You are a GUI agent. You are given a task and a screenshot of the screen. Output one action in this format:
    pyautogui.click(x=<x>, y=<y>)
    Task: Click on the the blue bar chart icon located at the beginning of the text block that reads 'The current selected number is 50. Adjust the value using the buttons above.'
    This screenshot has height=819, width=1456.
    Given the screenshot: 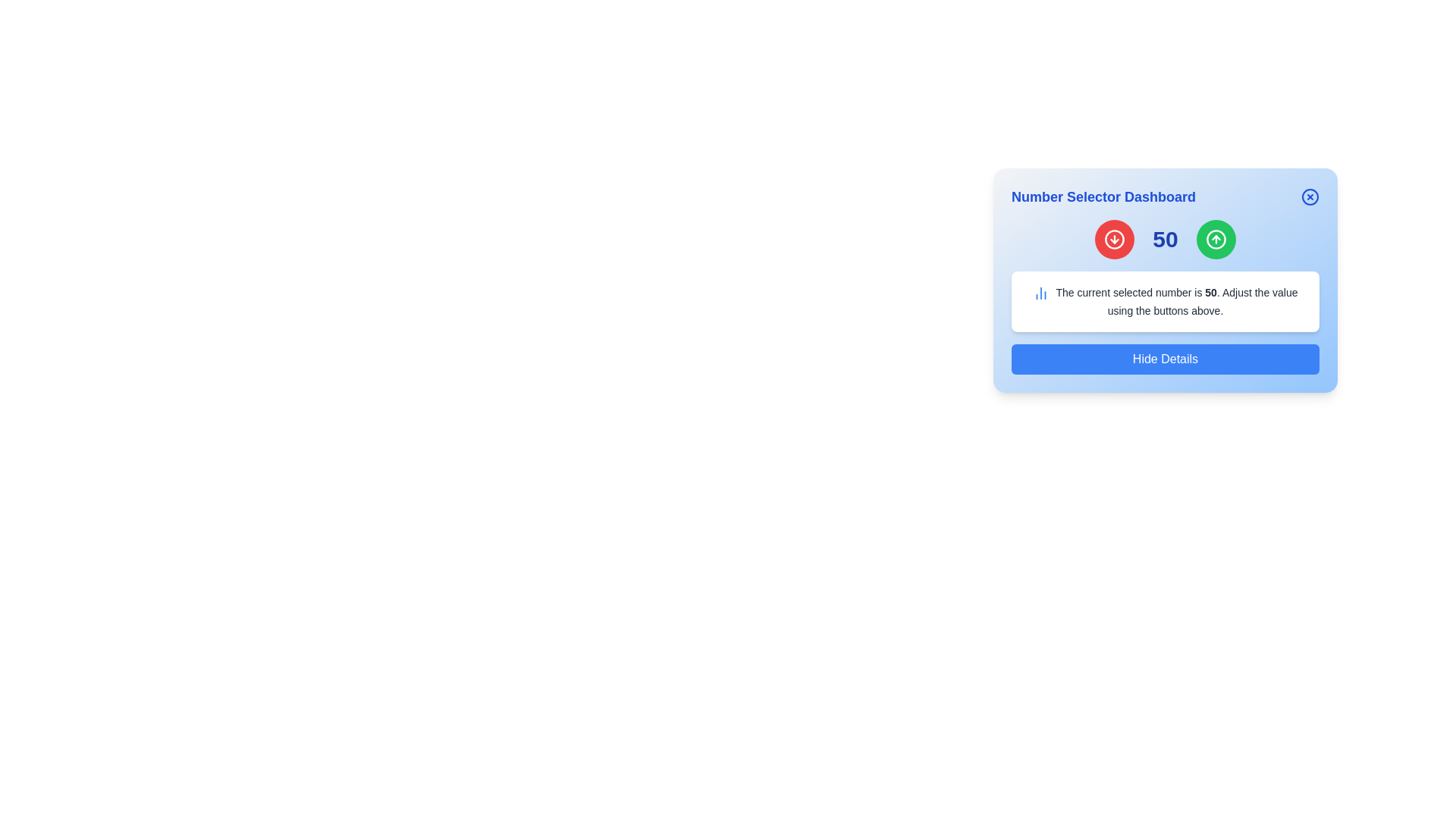 What is the action you would take?
    pyautogui.click(x=1040, y=293)
    